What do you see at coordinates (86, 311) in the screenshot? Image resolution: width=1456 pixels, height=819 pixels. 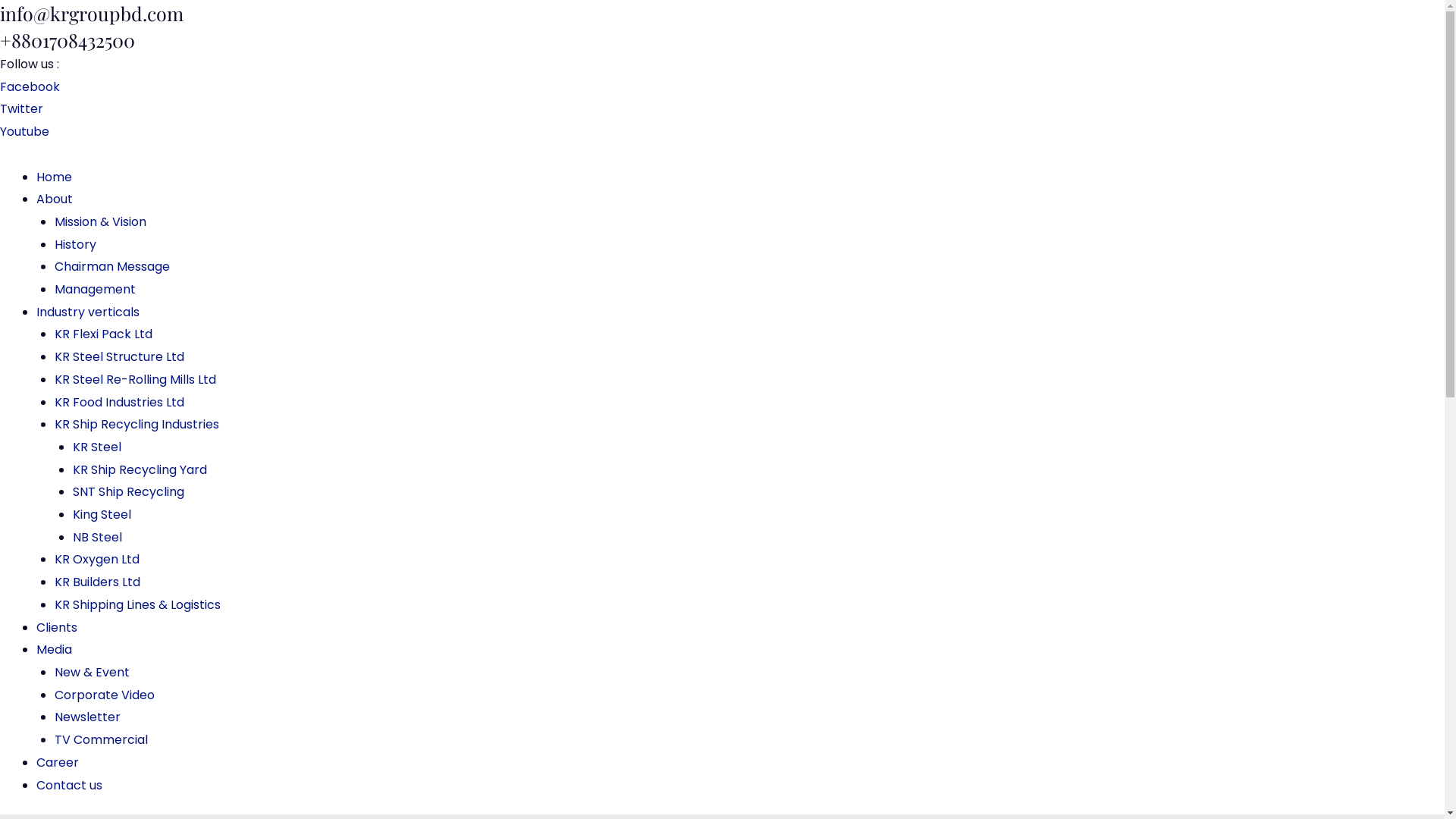 I see `'Industry verticals'` at bounding box center [86, 311].